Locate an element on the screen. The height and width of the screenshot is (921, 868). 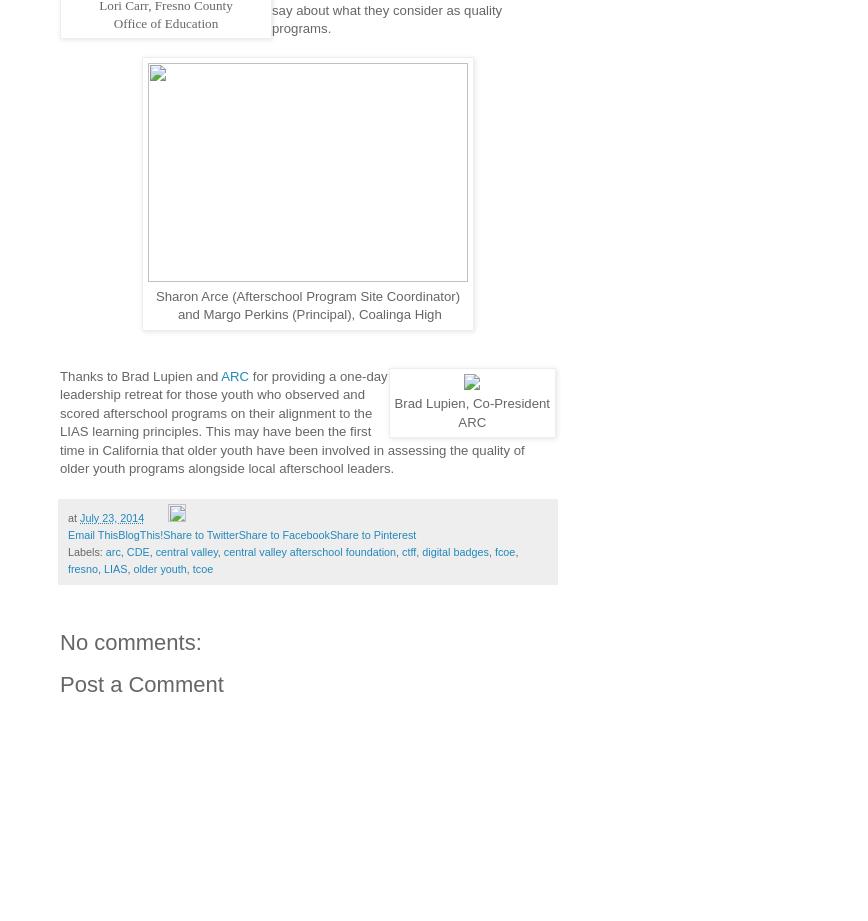
'arc' is located at coordinates (112, 550).